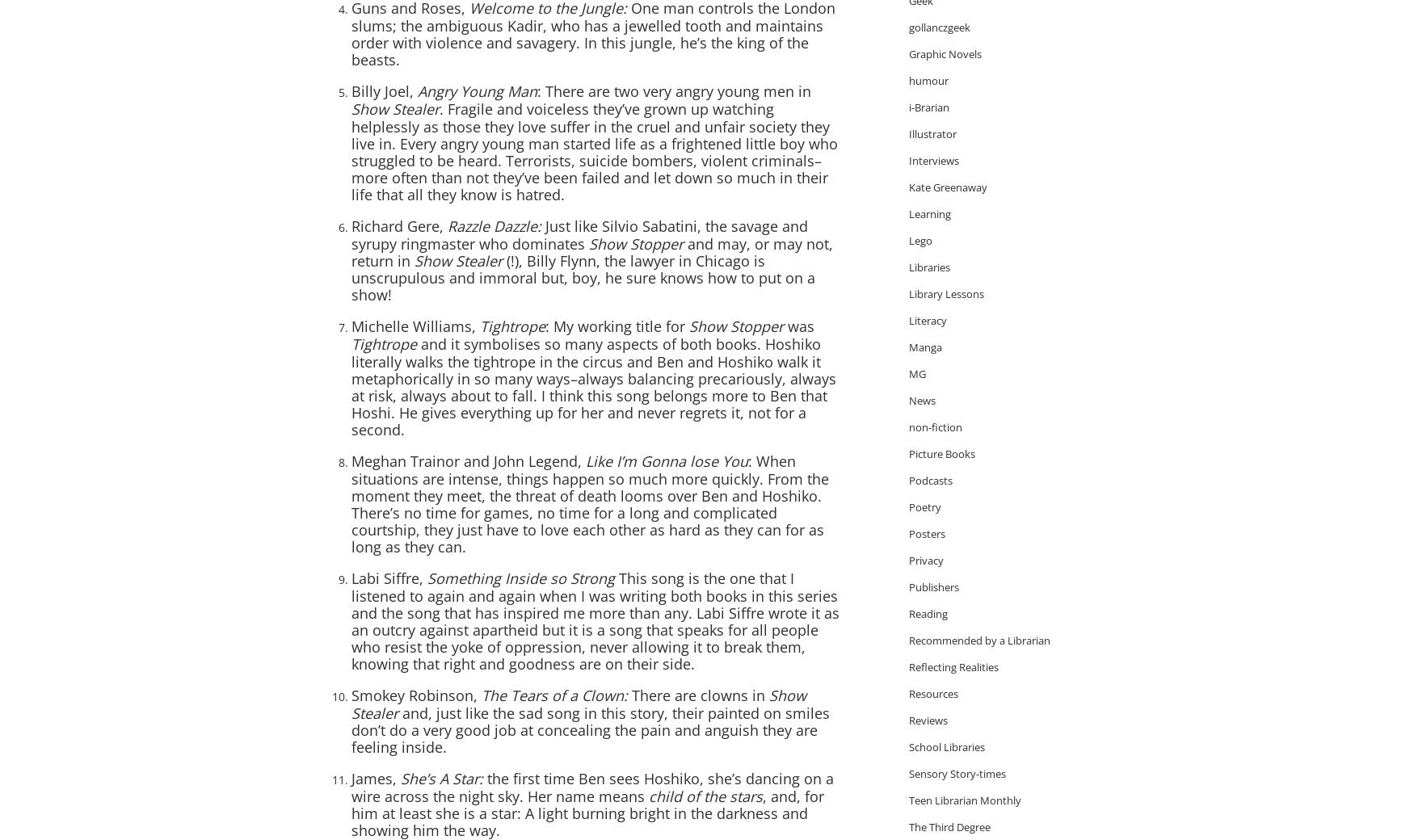 The image size is (1414, 840). Describe the element at coordinates (930, 479) in the screenshot. I see `'Podcasts'` at that location.